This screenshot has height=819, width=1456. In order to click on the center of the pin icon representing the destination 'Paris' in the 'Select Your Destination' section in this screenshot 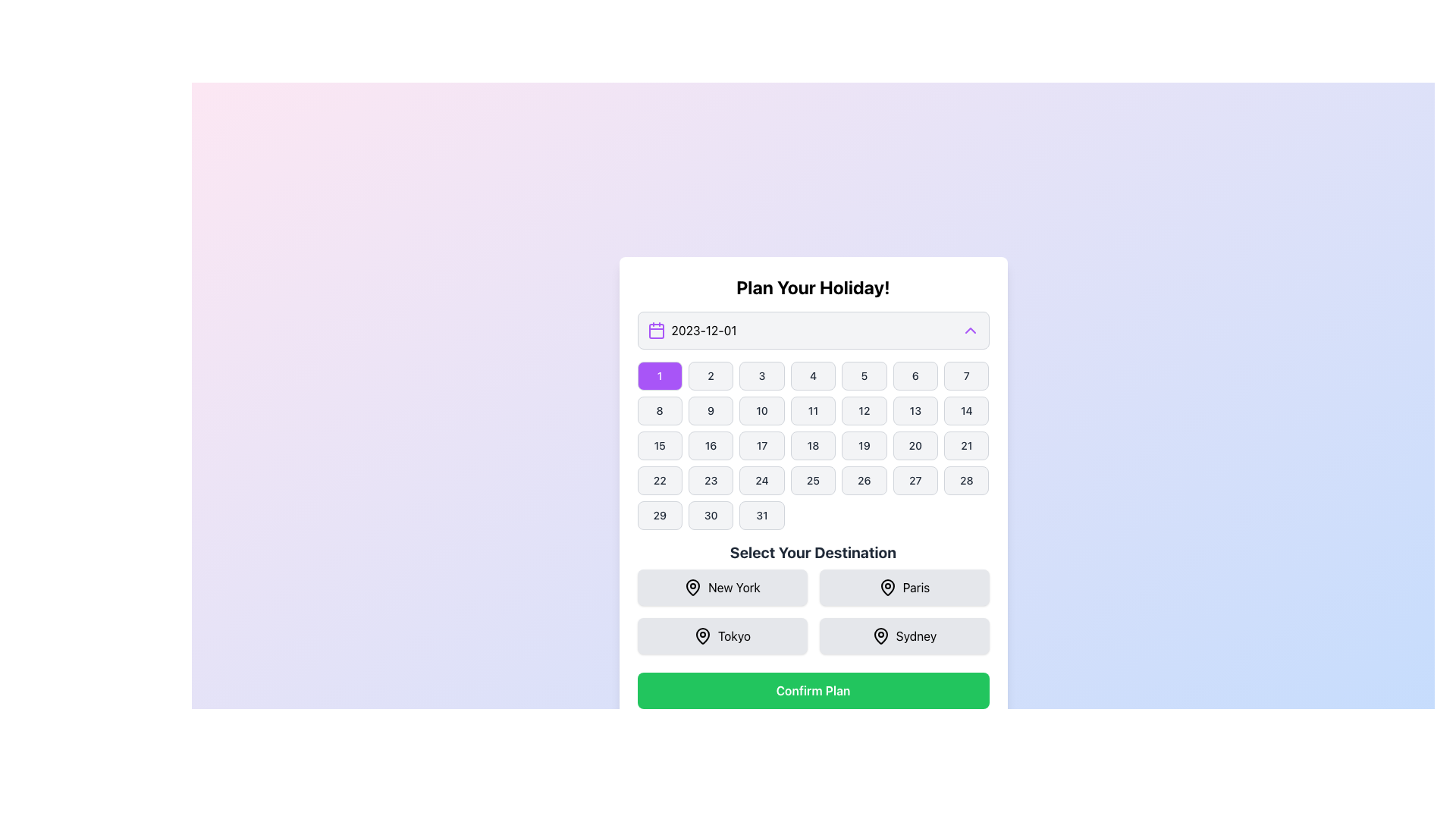, I will do `click(887, 587)`.